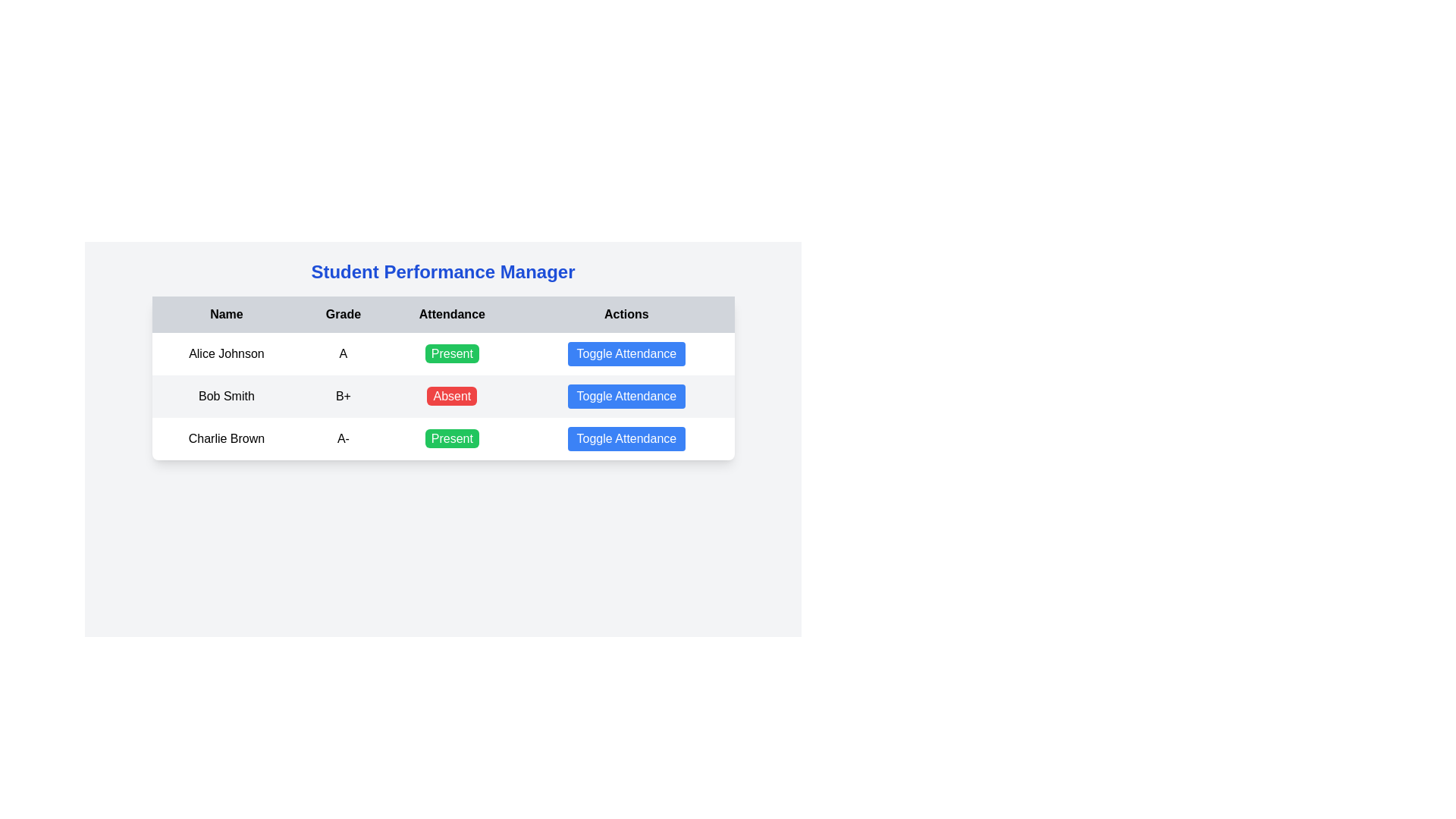  What do you see at coordinates (342, 438) in the screenshot?
I see `the static text element indicating the grade of the student 'Charlie Brown', located in the third row of the table under the 'Grade' column` at bounding box center [342, 438].